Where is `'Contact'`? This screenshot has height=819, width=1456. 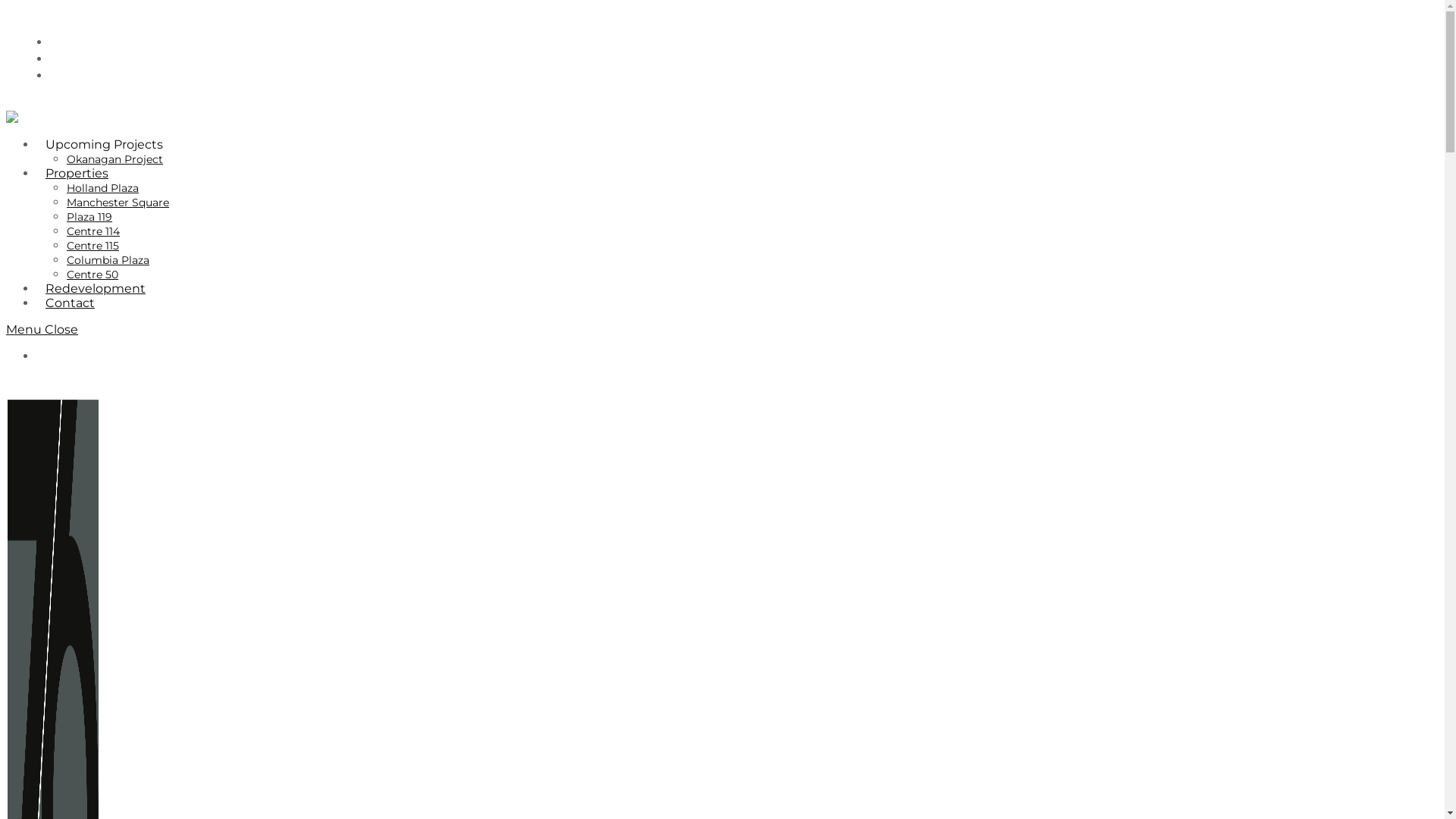
'Contact' is located at coordinates (69, 303).